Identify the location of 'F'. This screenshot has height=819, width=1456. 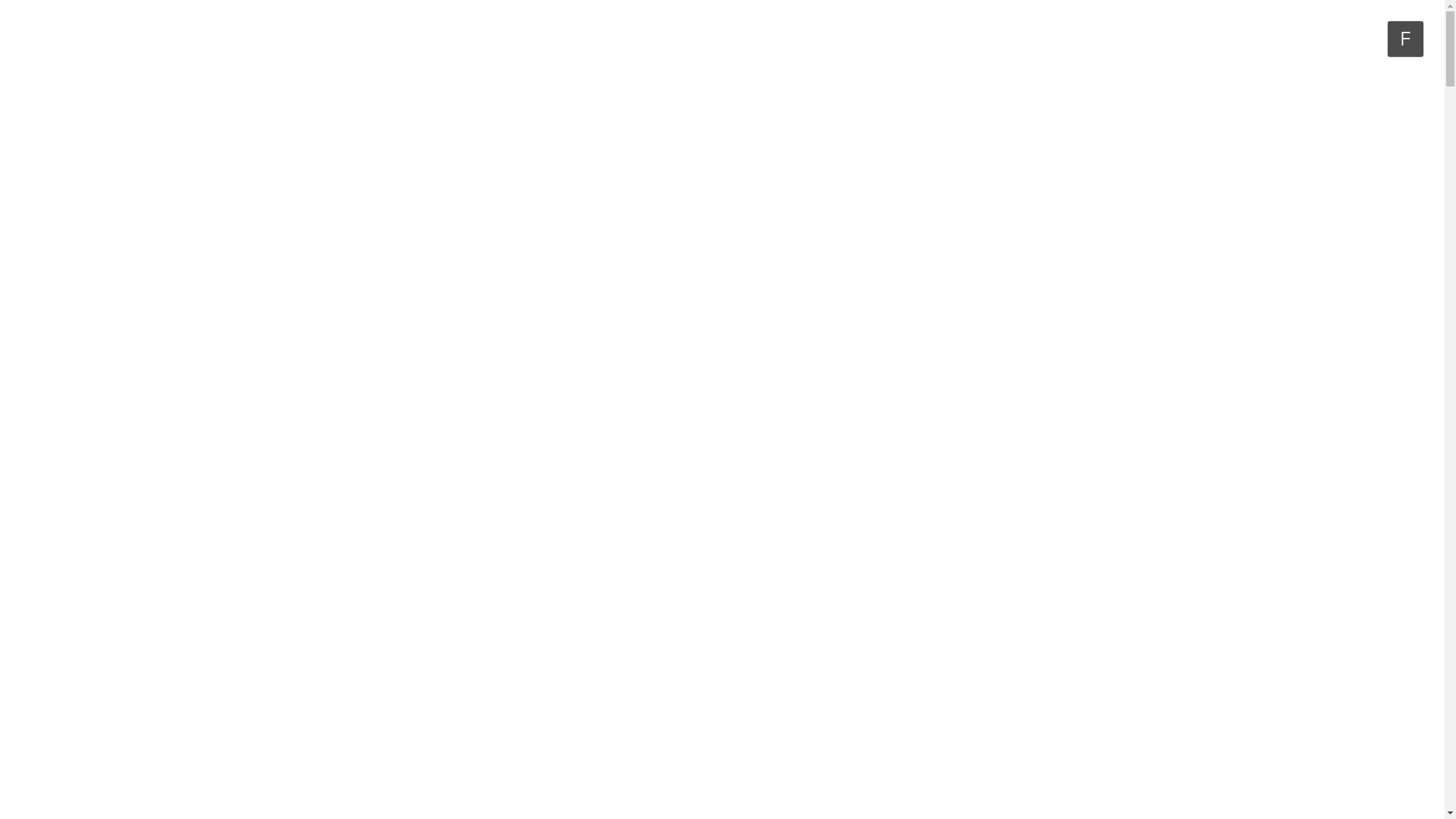
(1404, 38).